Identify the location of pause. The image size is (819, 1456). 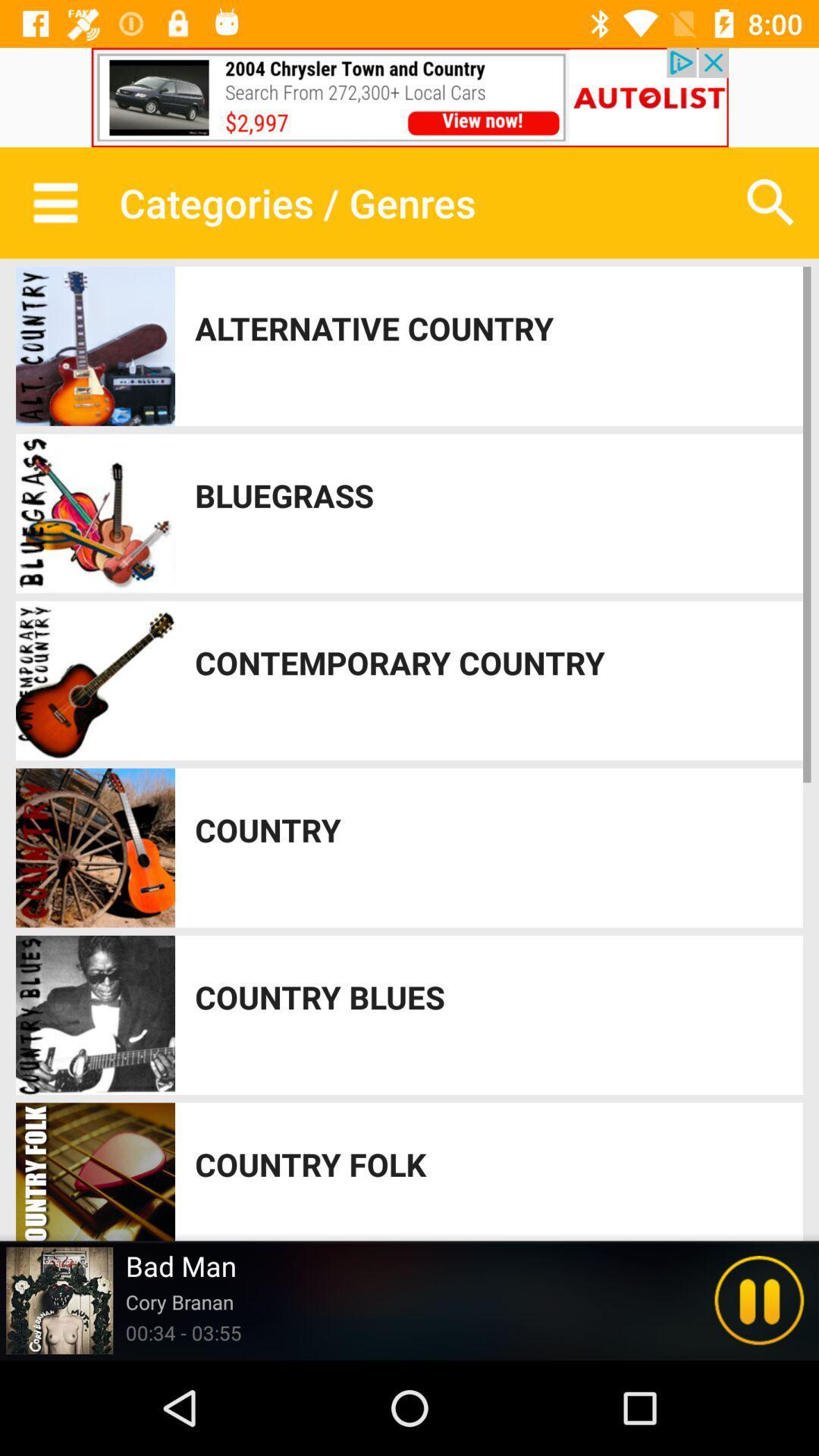
(759, 1300).